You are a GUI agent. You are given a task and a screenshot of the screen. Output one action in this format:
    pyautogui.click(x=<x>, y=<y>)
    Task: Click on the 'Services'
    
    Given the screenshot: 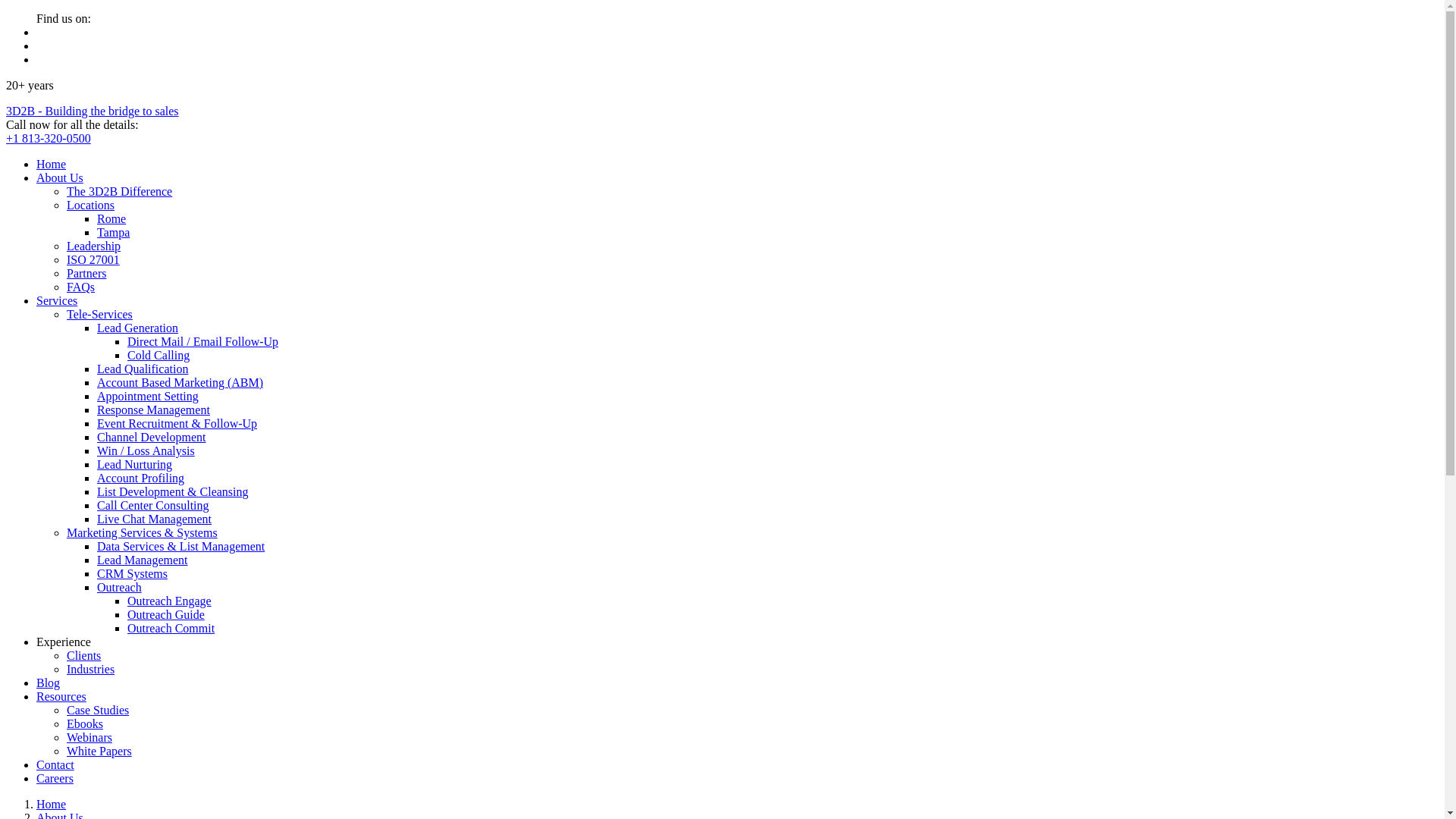 What is the action you would take?
    pyautogui.click(x=36, y=300)
    